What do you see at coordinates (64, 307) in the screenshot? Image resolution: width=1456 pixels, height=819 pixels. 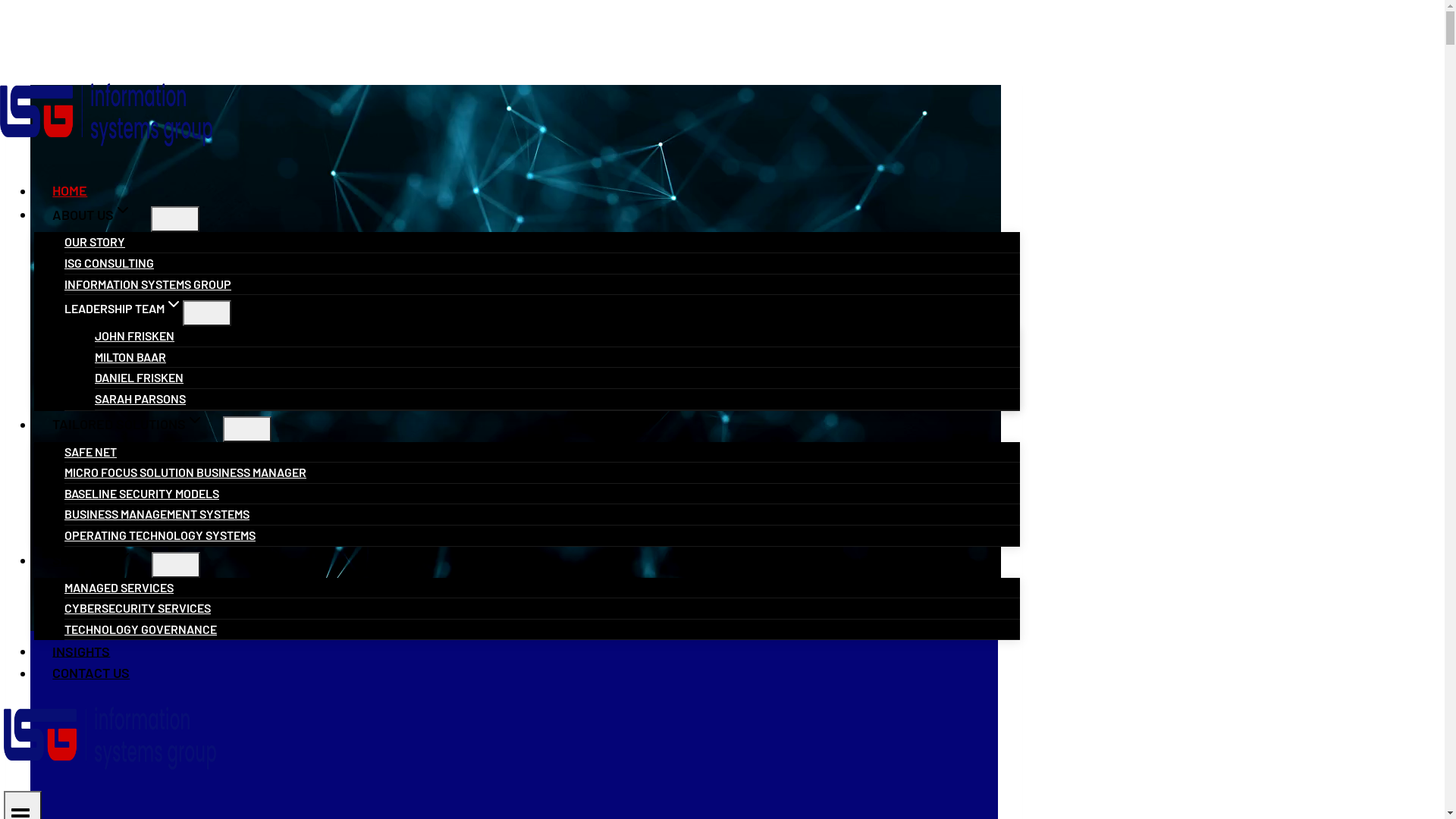 I see `'LEADERSHIP TEAMEXPAND'` at bounding box center [64, 307].